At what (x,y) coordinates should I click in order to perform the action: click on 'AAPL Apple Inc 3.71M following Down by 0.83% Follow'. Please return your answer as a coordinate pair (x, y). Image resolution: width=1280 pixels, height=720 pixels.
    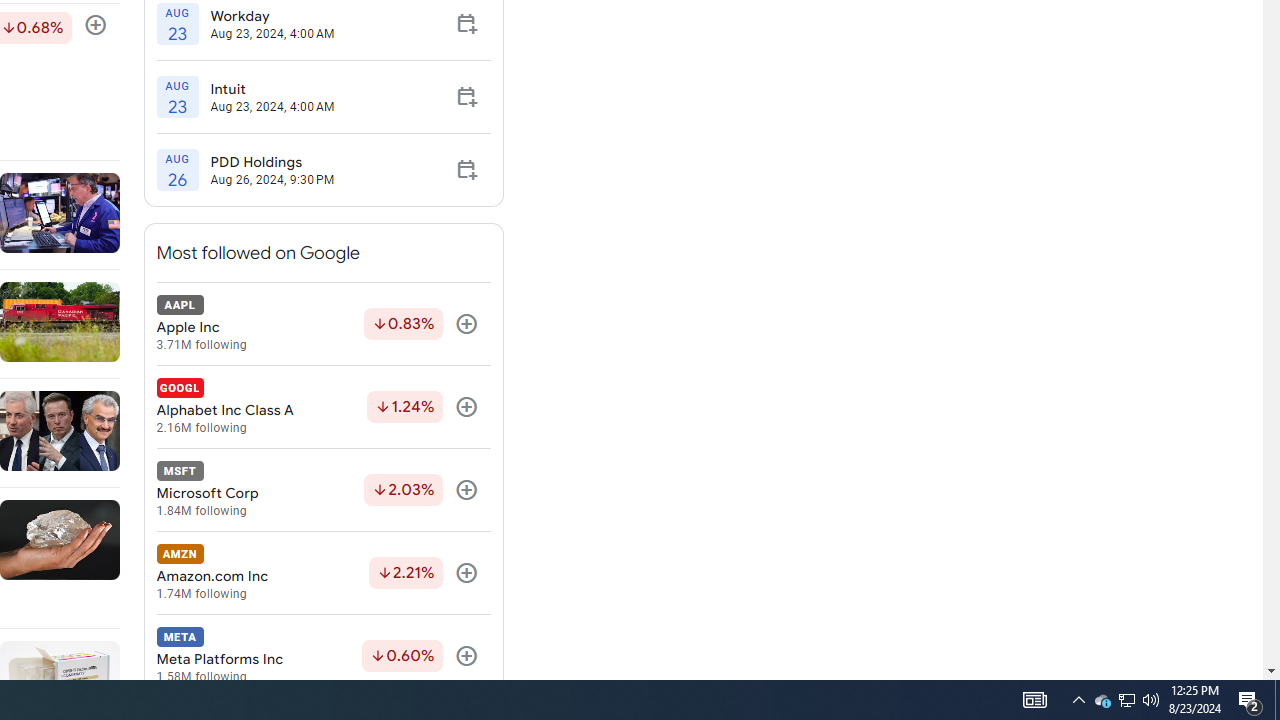
    Looking at the image, I should click on (323, 323).